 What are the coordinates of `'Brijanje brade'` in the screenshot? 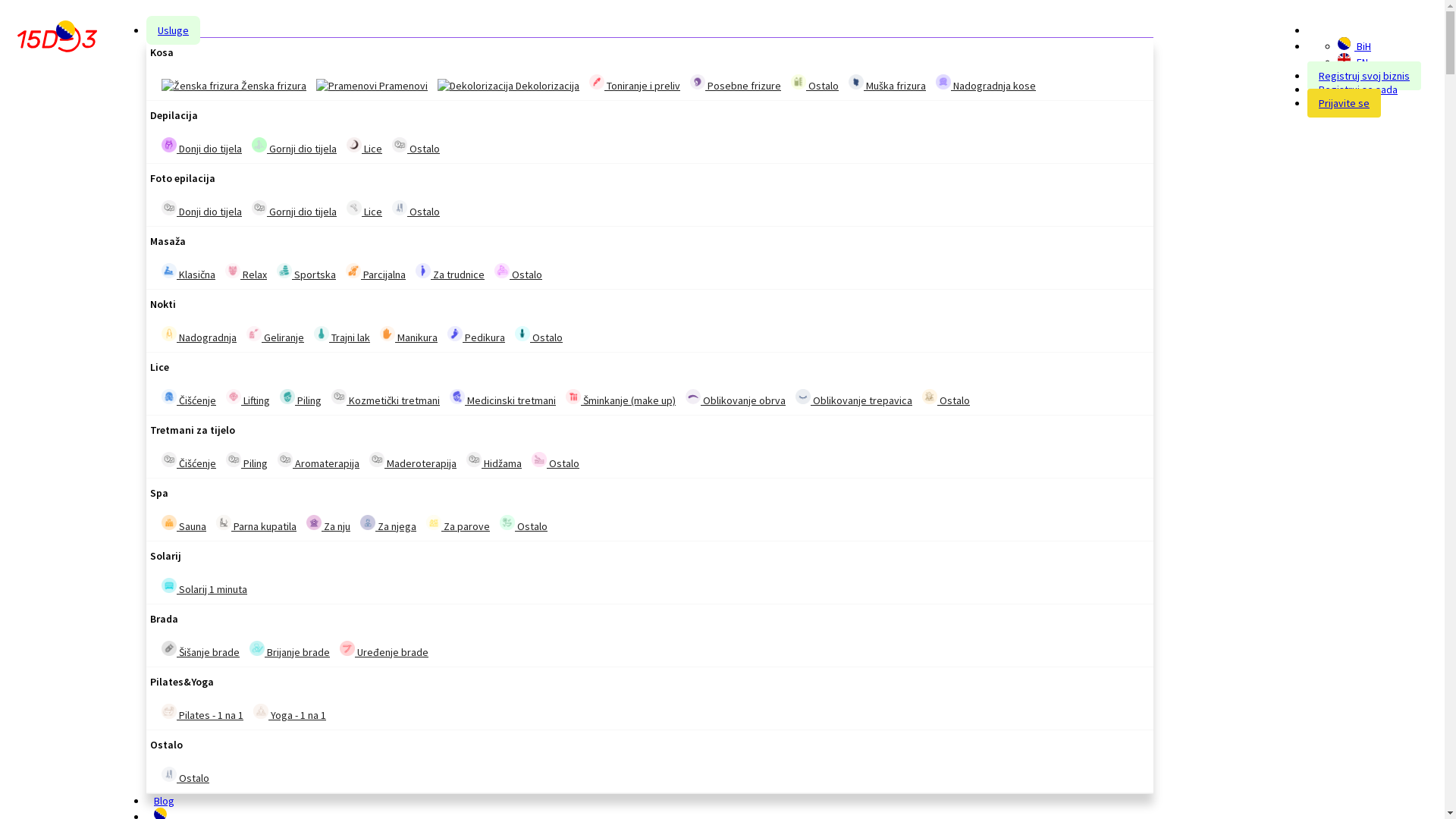 It's located at (290, 648).